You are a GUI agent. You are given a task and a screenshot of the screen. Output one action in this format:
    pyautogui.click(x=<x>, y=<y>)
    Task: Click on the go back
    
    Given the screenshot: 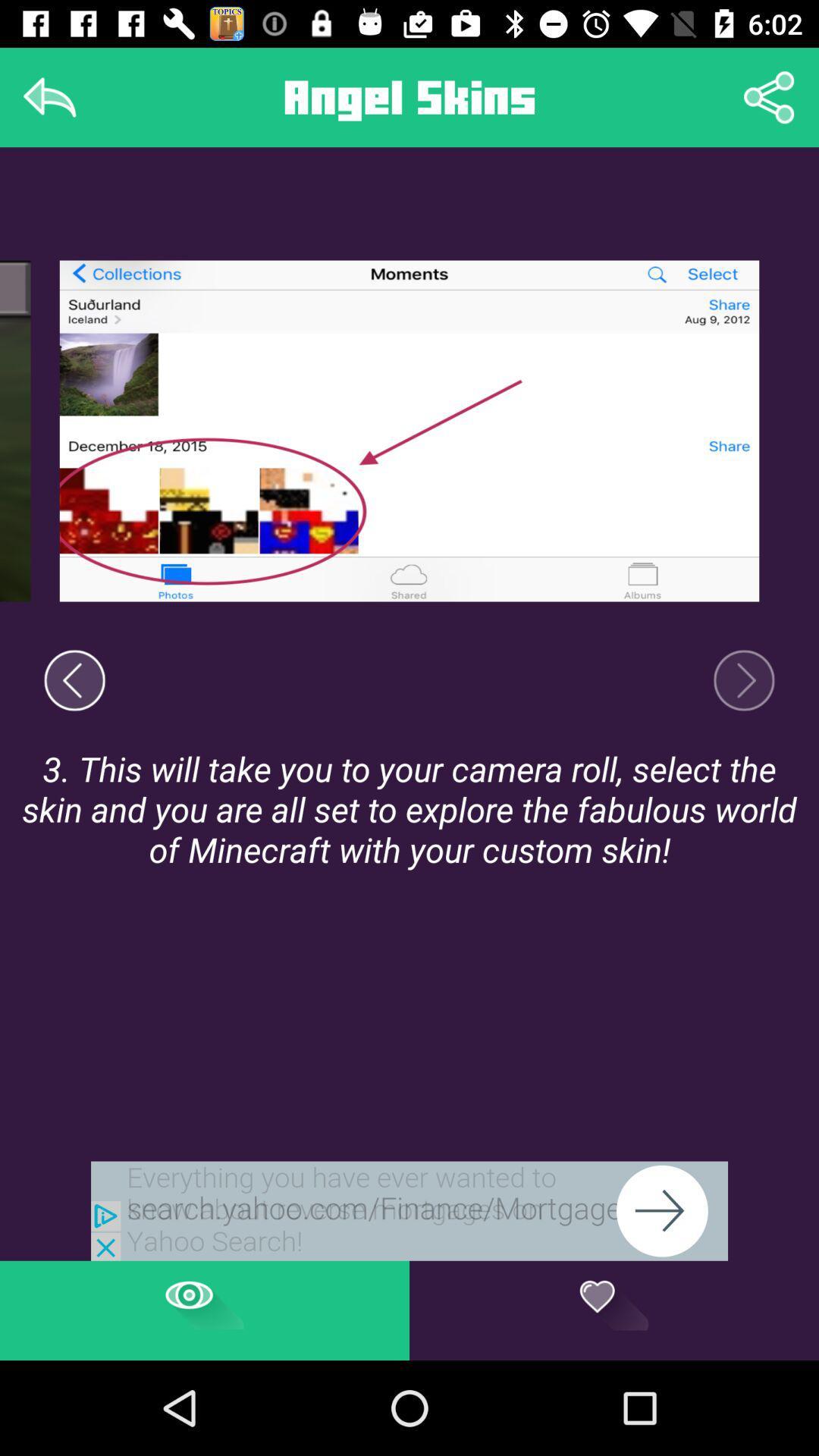 What is the action you would take?
    pyautogui.click(x=49, y=96)
    